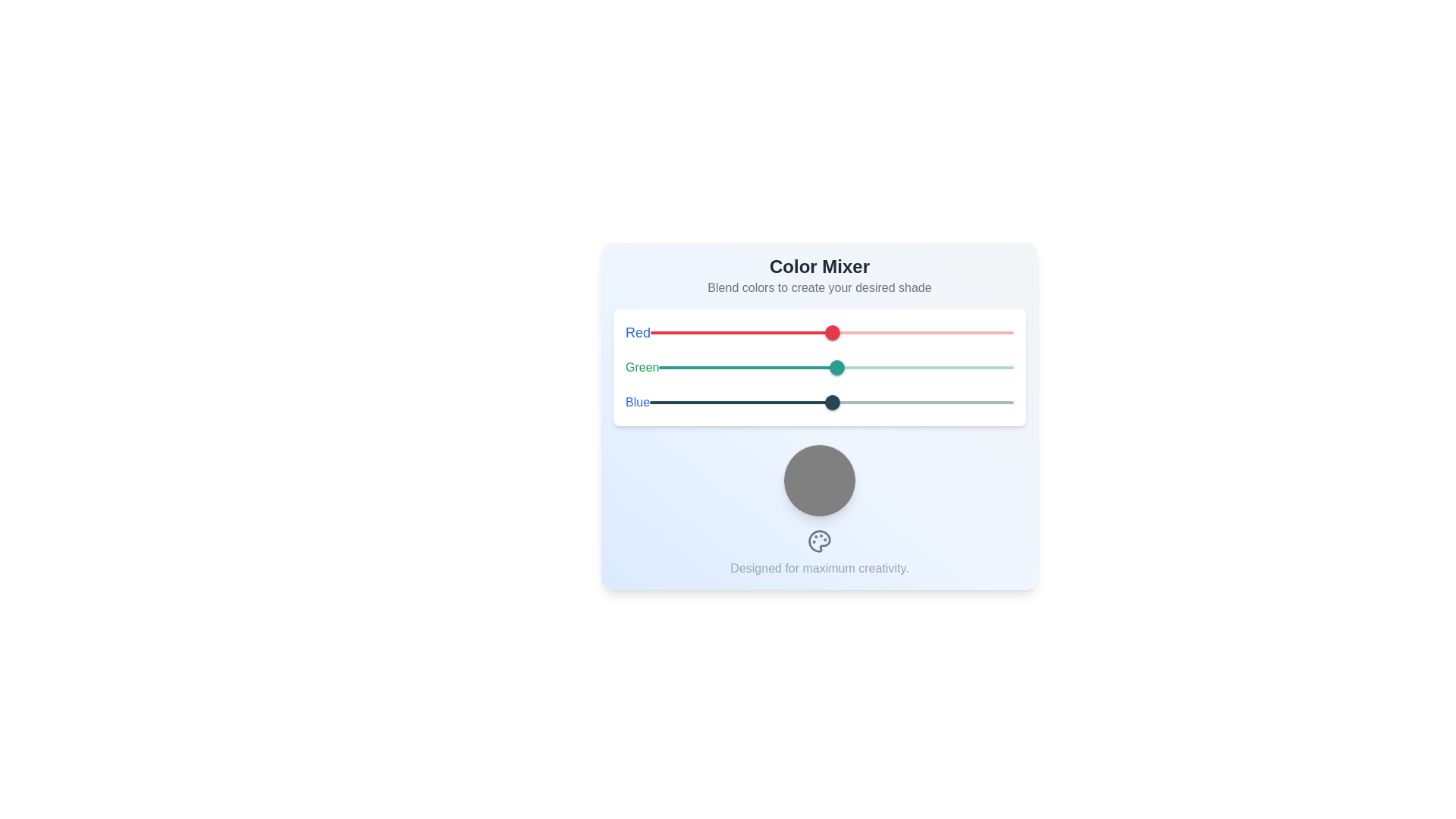 This screenshot has height=819, width=1456. Describe the element at coordinates (877, 402) in the screenshot. I see `the Blue channel` at that location.